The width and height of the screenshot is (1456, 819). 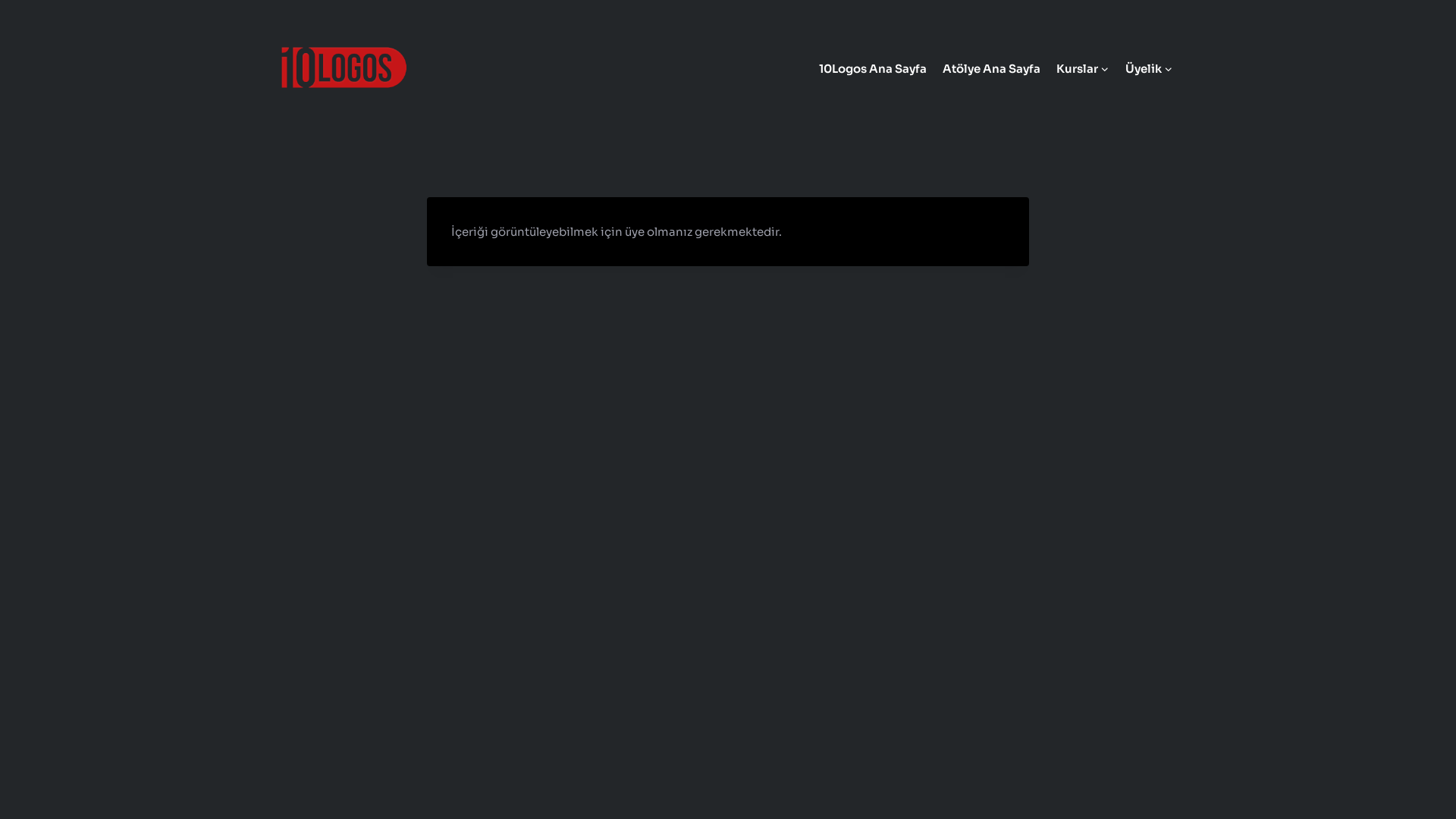 What do you see at coordinates (872, 68) in the screenshot?
I see `'10Logos Ana Sayfa'` at bounding box center [872, 68].